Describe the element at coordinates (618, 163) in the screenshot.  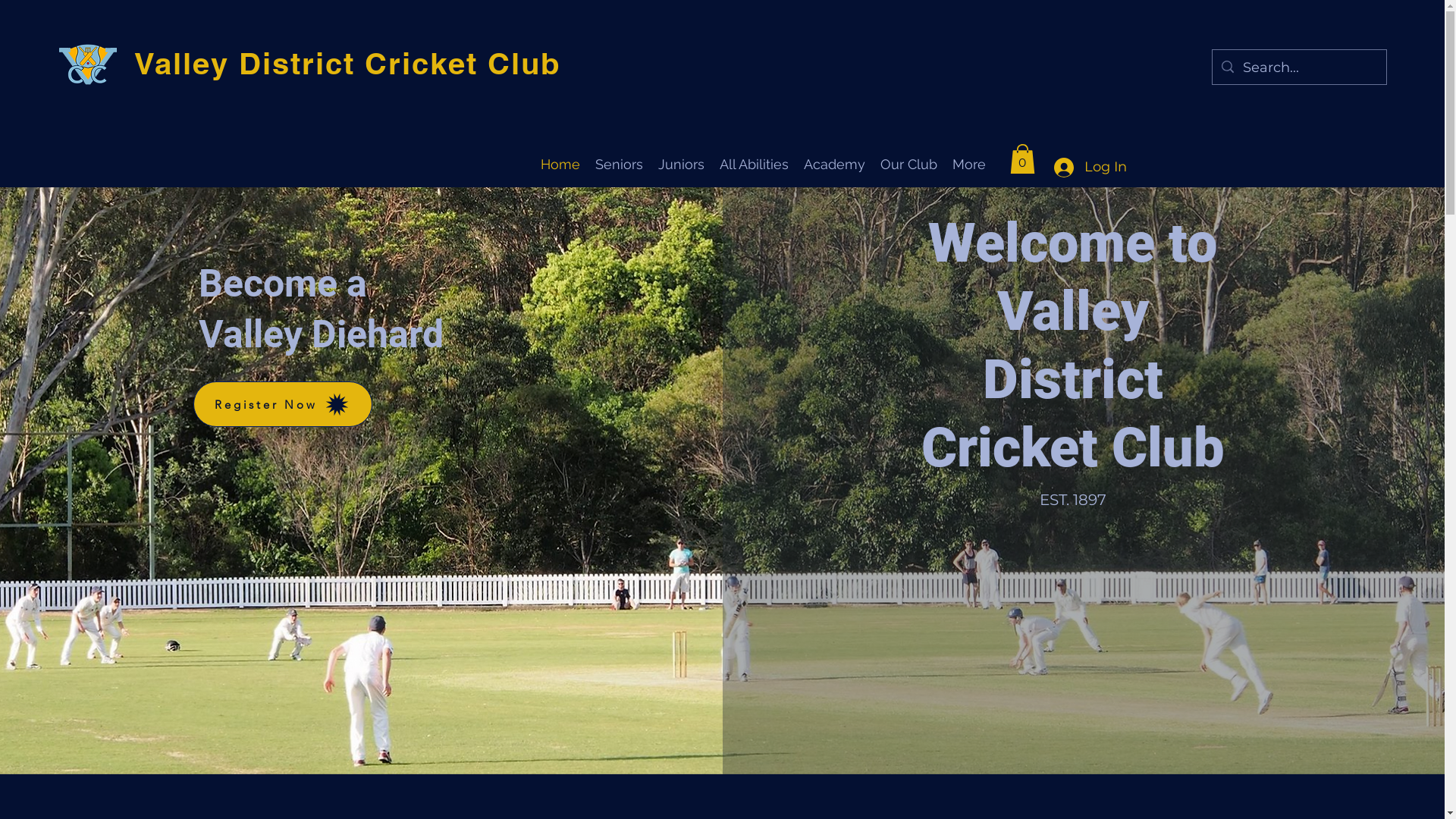
I see `'Seniors'` at that location.